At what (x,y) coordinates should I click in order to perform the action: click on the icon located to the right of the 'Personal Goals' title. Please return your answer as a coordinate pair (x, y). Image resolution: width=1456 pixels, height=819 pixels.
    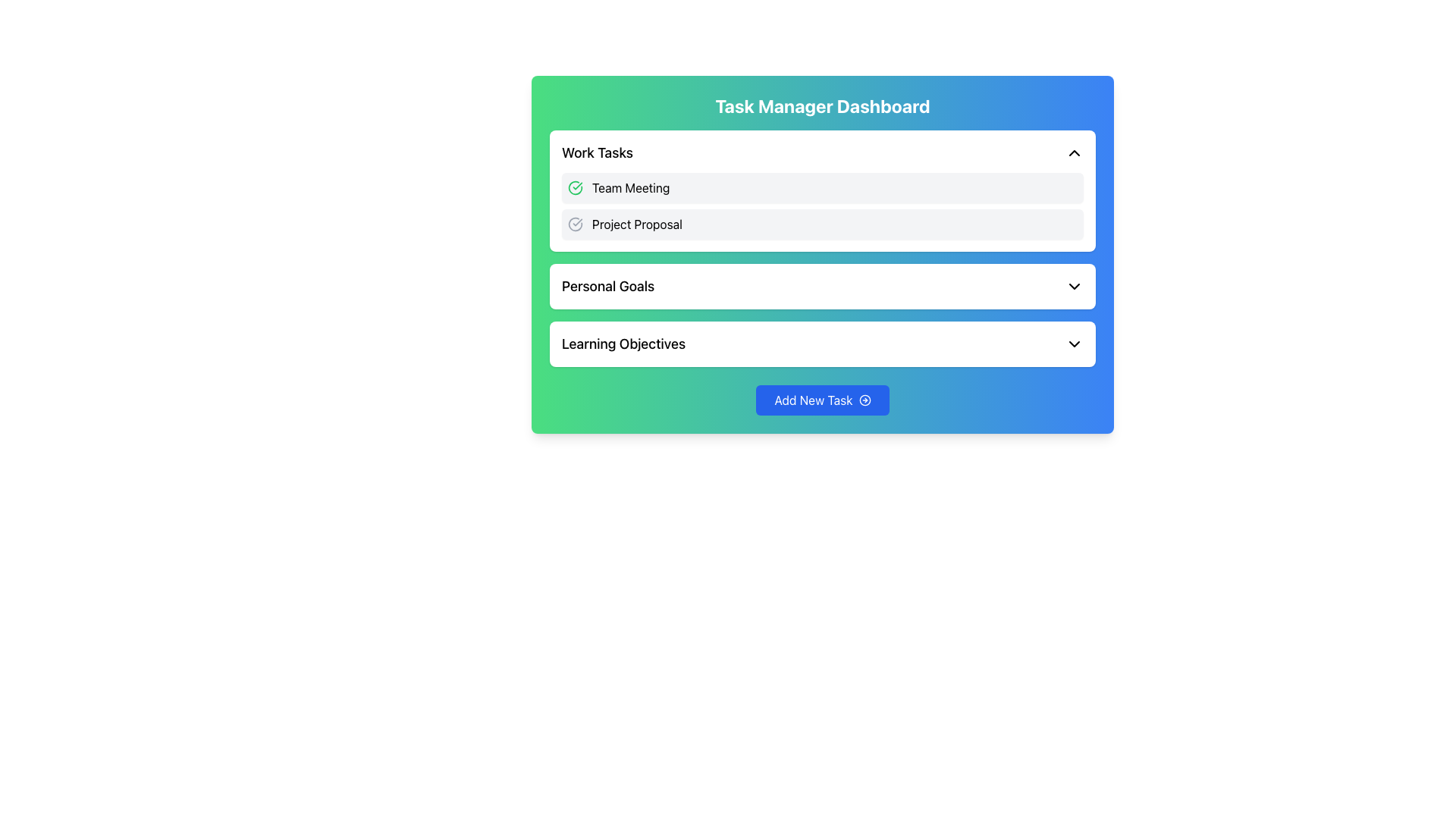
    Looking at the image, I should click on (1073, 287).